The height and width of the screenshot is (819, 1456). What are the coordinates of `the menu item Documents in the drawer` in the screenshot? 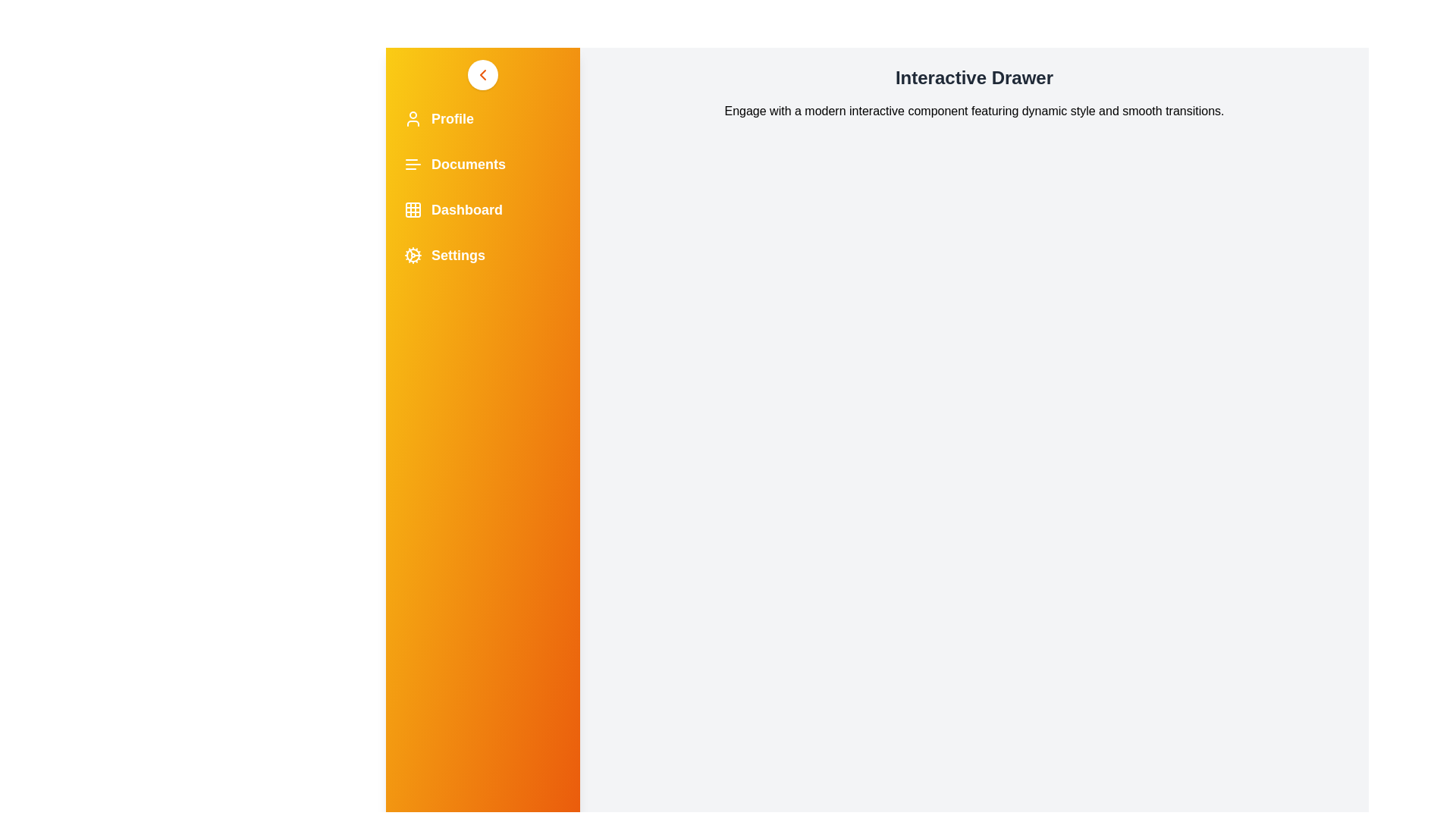 It's located at (482, 164).